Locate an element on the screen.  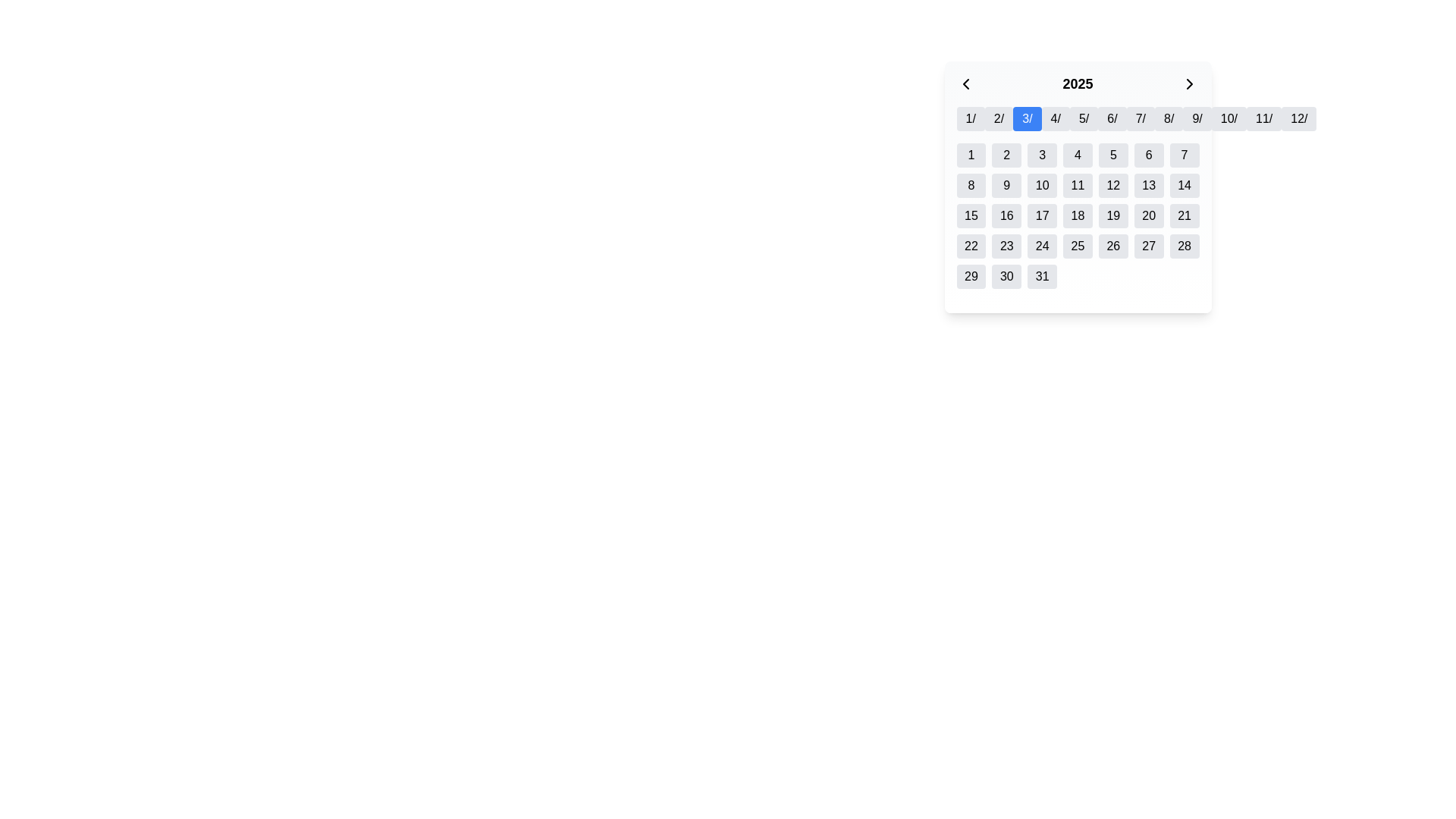
the ninth button in the month selector row that displays the text '9/' is located at coordinates (1197, 118).